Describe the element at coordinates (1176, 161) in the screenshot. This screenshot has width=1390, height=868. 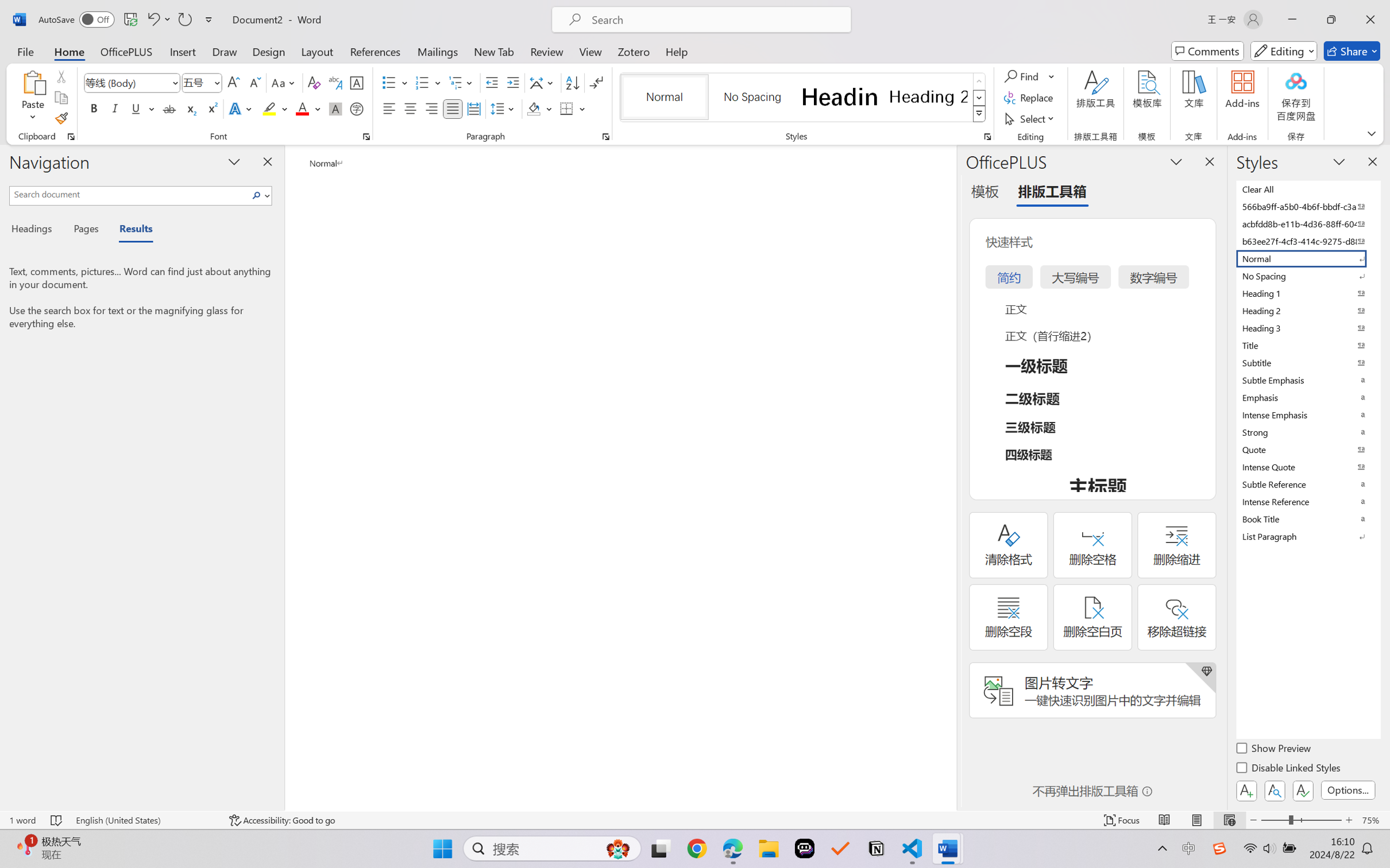
I see `'Task Pane Options'` at that location.